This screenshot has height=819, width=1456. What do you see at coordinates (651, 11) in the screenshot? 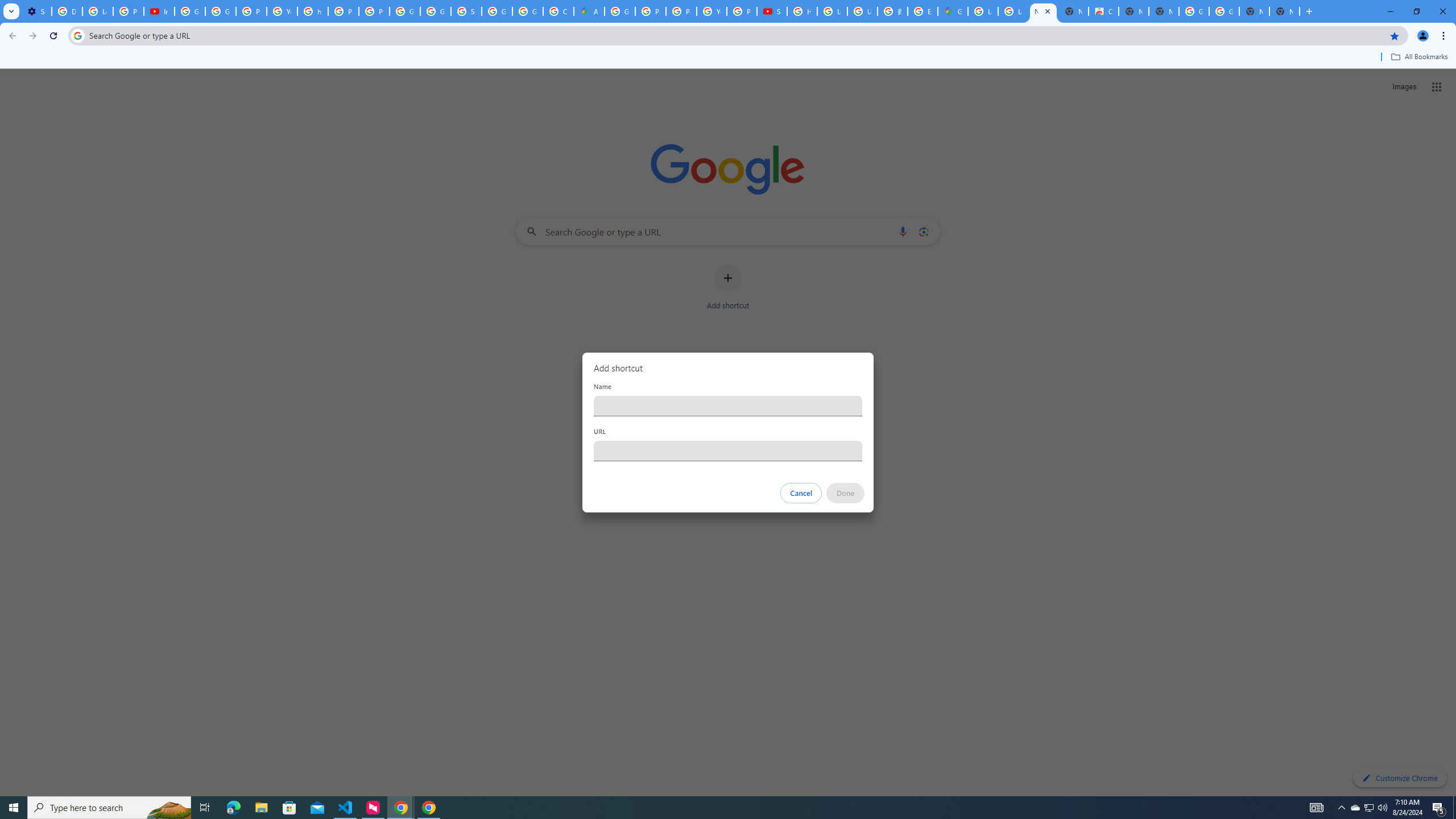
I see `'Privacy Help Center - Policies Help'` at bounding box center [651, 11].